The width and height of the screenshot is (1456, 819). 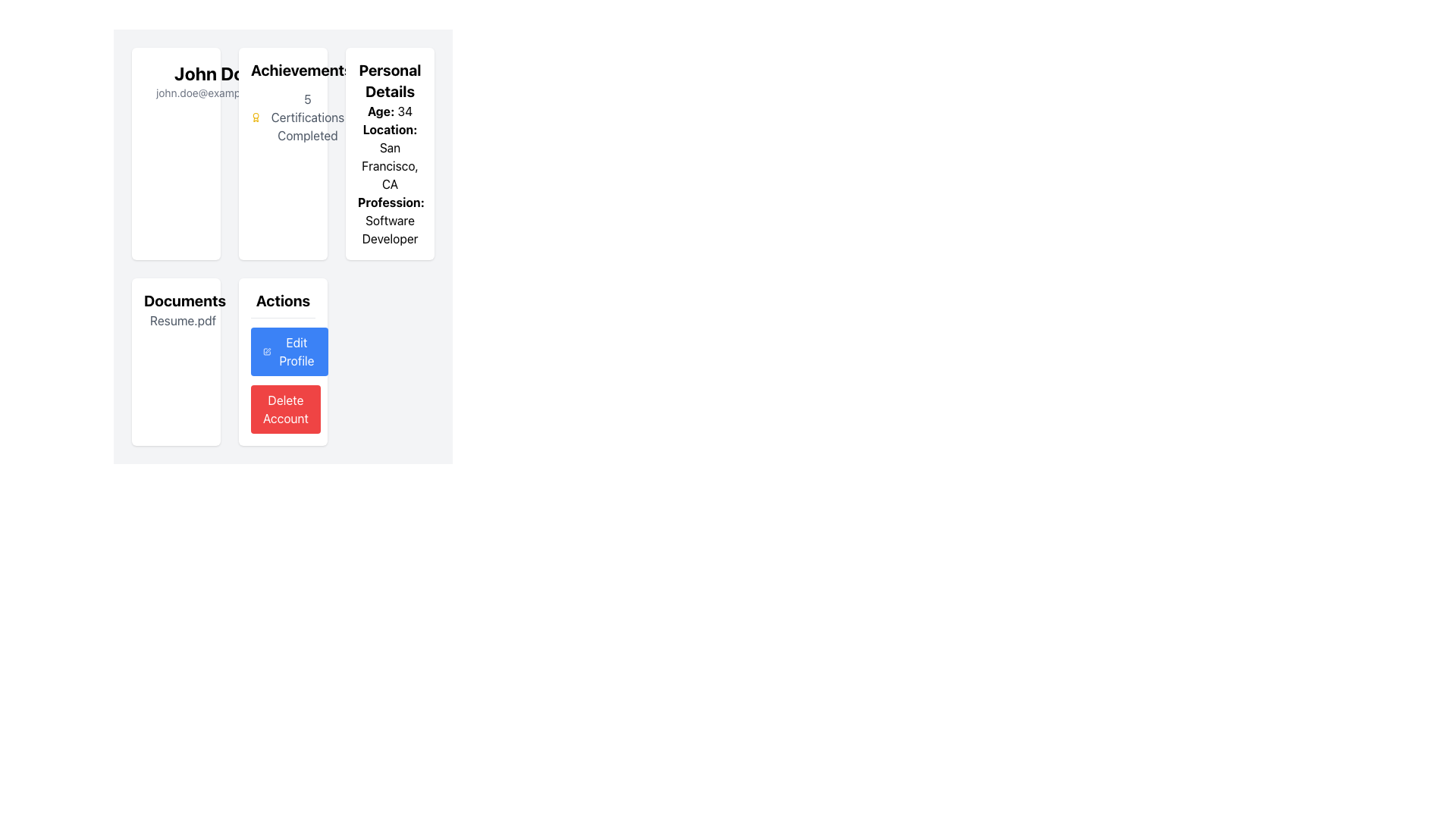 What do you see at coordinates (214, 81) in the screenshot?
I see `text content displayed in the Text Information Block, which shows the user's name 'John Doe' in bold and email 'john.doe@example.com' below it` at bounding box center [214, 81].